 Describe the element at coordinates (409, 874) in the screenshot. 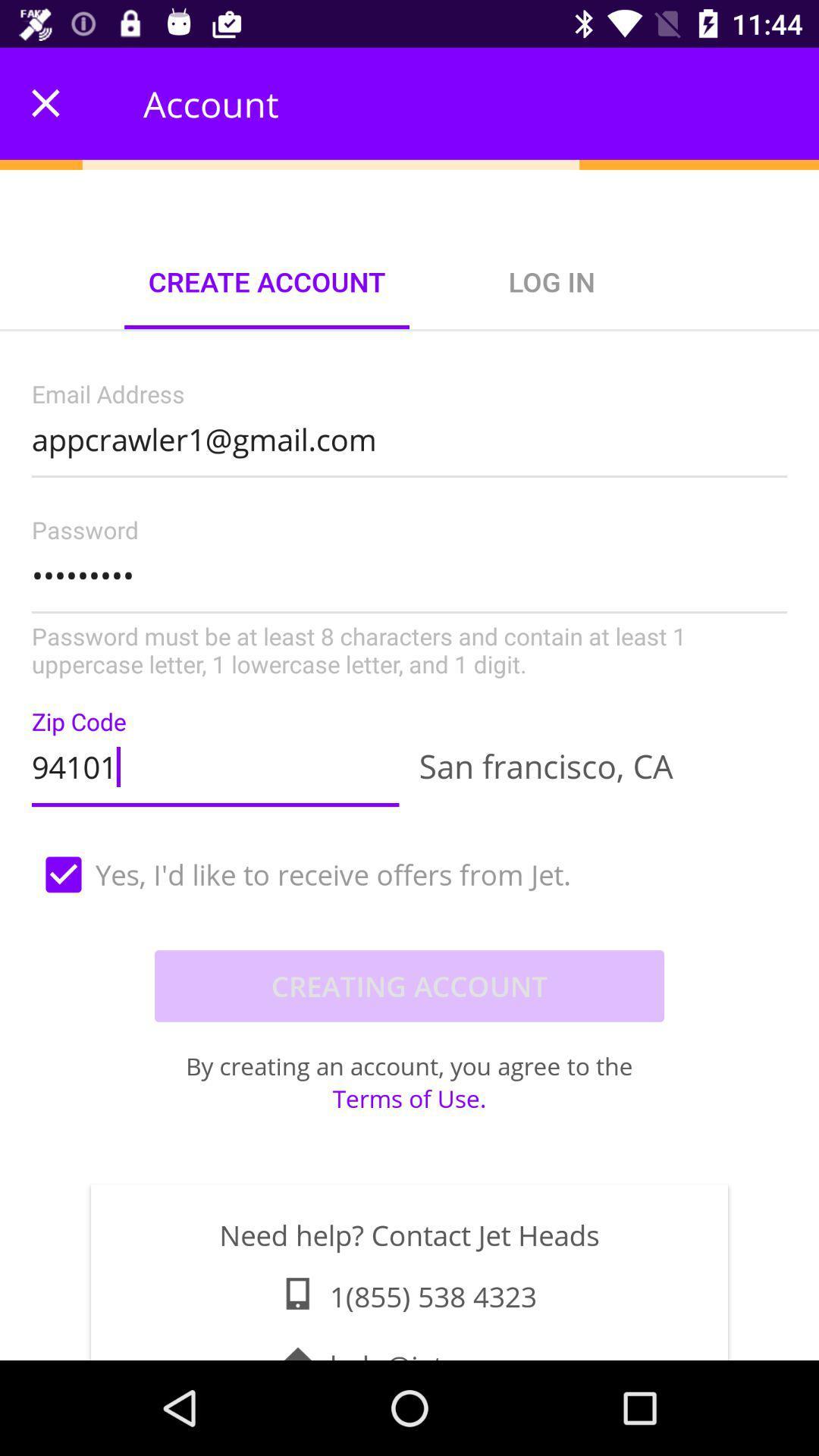

I see `icon below the 94101` at that location.